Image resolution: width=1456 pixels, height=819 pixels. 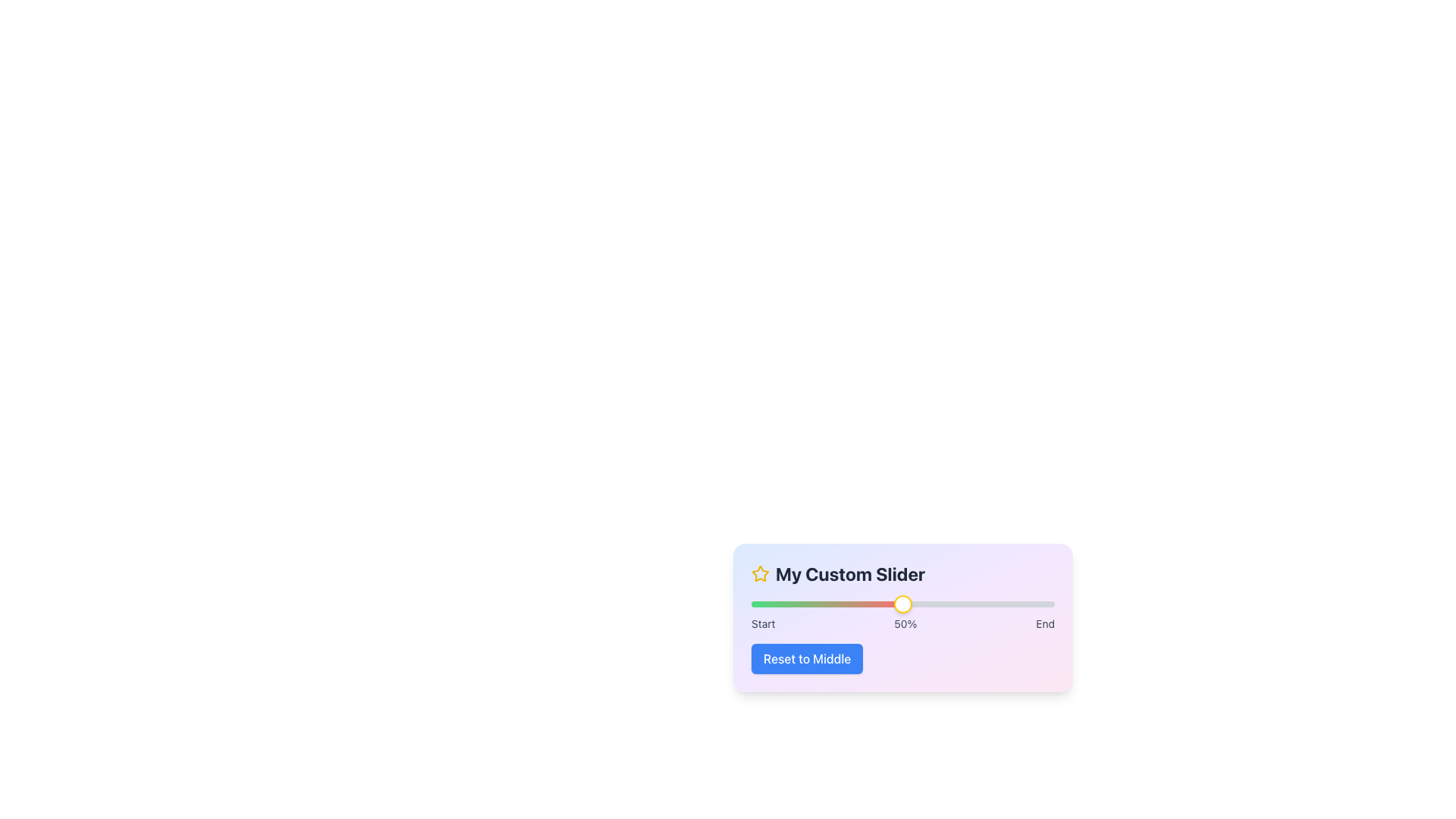 I want to click on the slider, so click(x=882, y=604).